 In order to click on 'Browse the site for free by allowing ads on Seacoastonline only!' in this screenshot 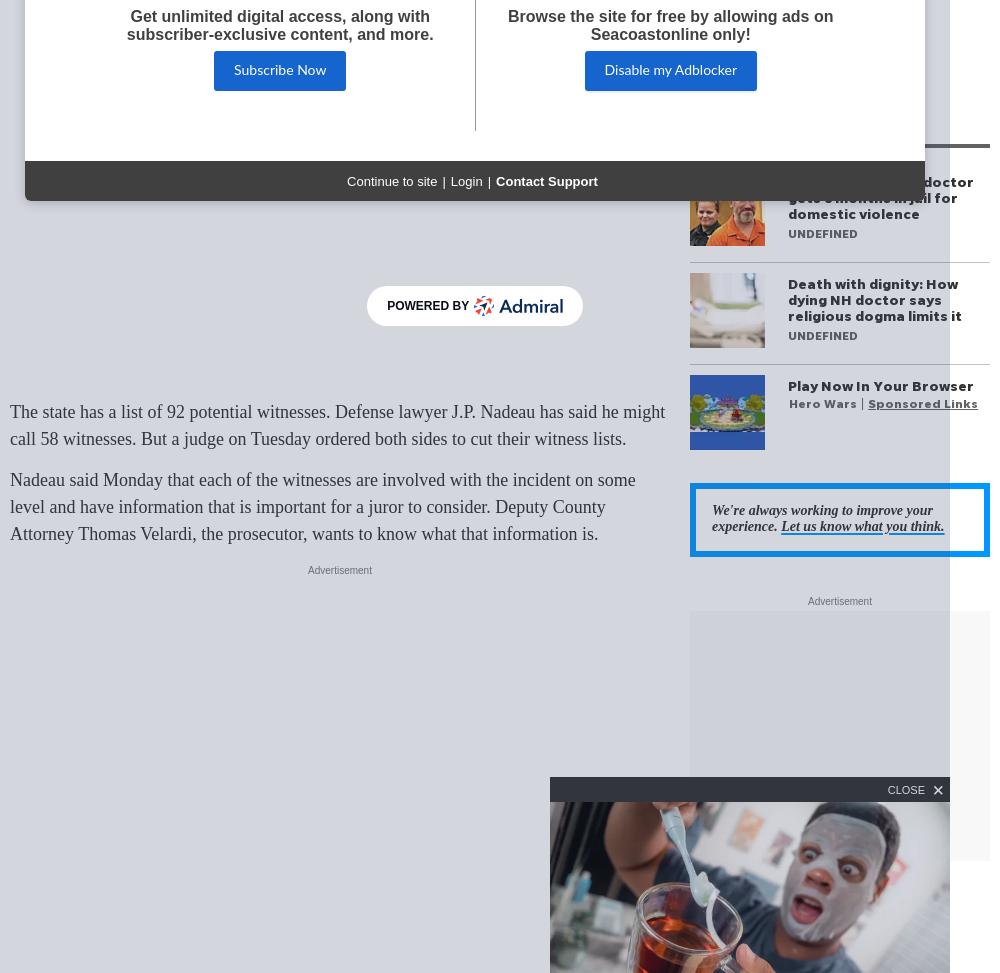, I will do `click(670, 25)`.